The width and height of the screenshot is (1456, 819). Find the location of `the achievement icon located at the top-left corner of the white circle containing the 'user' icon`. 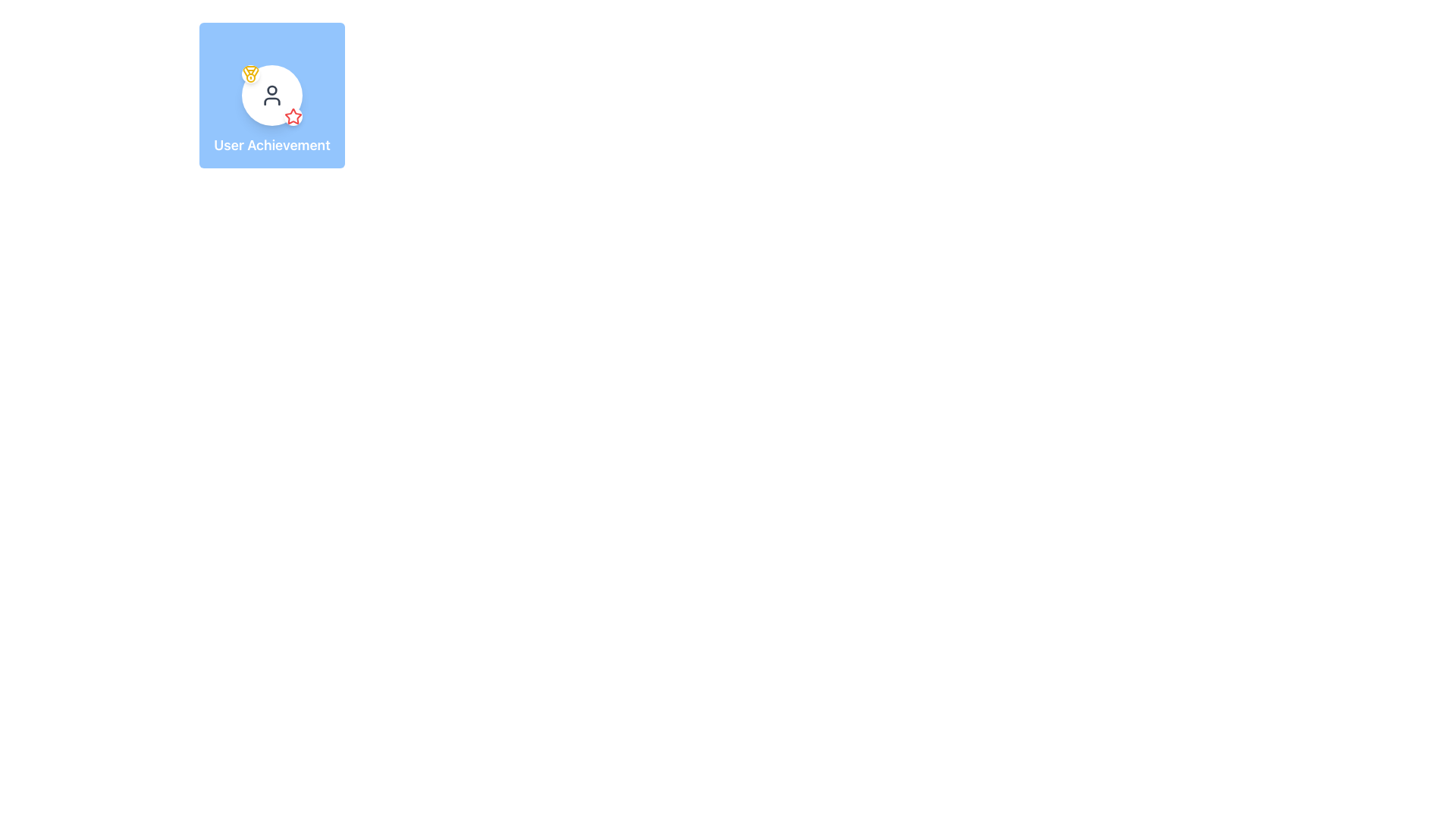

the achievement icon located at the top-left corner of the white circle containing the 'user' icon is located at coordinates (251, 74).